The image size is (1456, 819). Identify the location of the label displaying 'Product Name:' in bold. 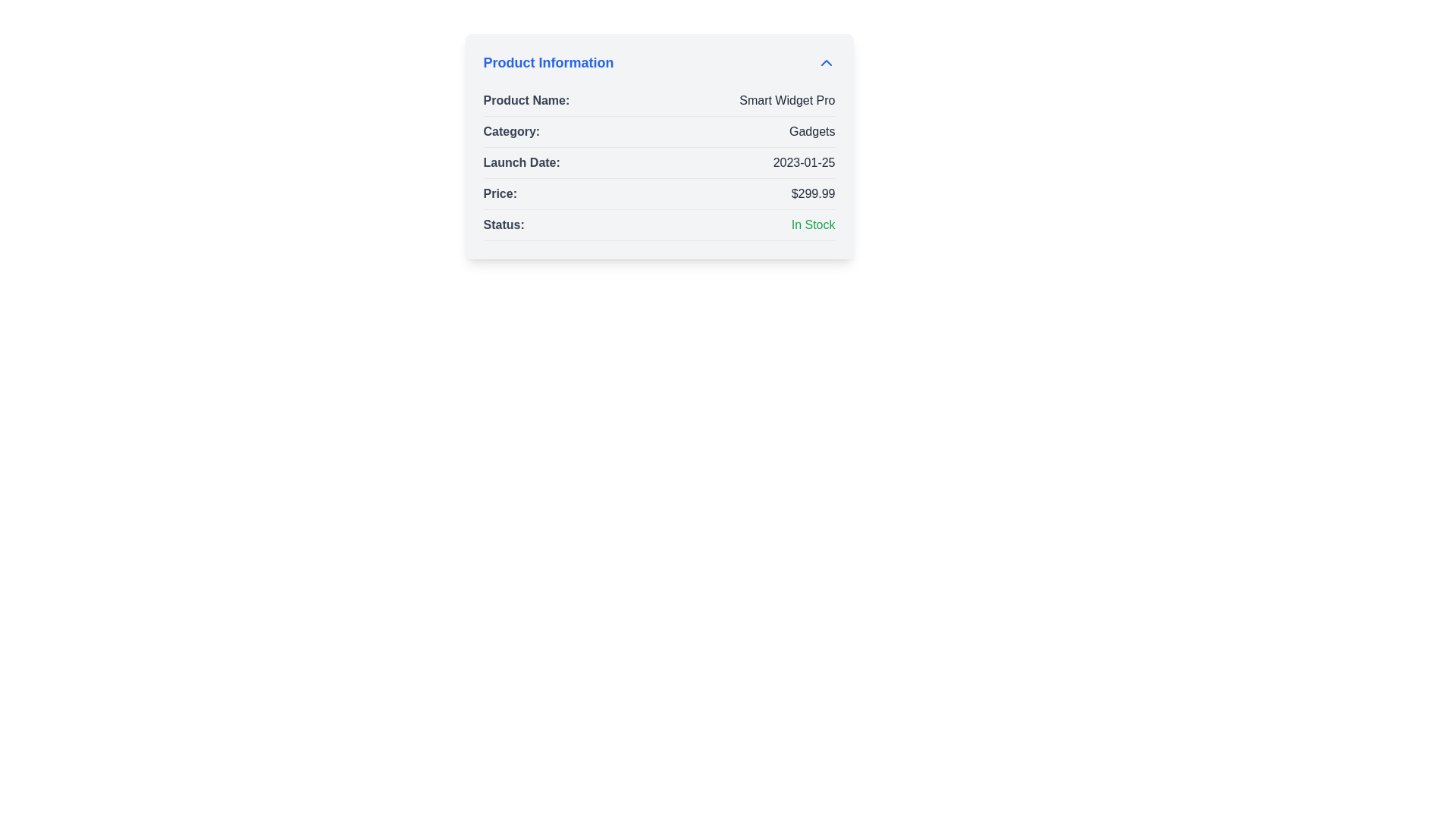
(526, 100).